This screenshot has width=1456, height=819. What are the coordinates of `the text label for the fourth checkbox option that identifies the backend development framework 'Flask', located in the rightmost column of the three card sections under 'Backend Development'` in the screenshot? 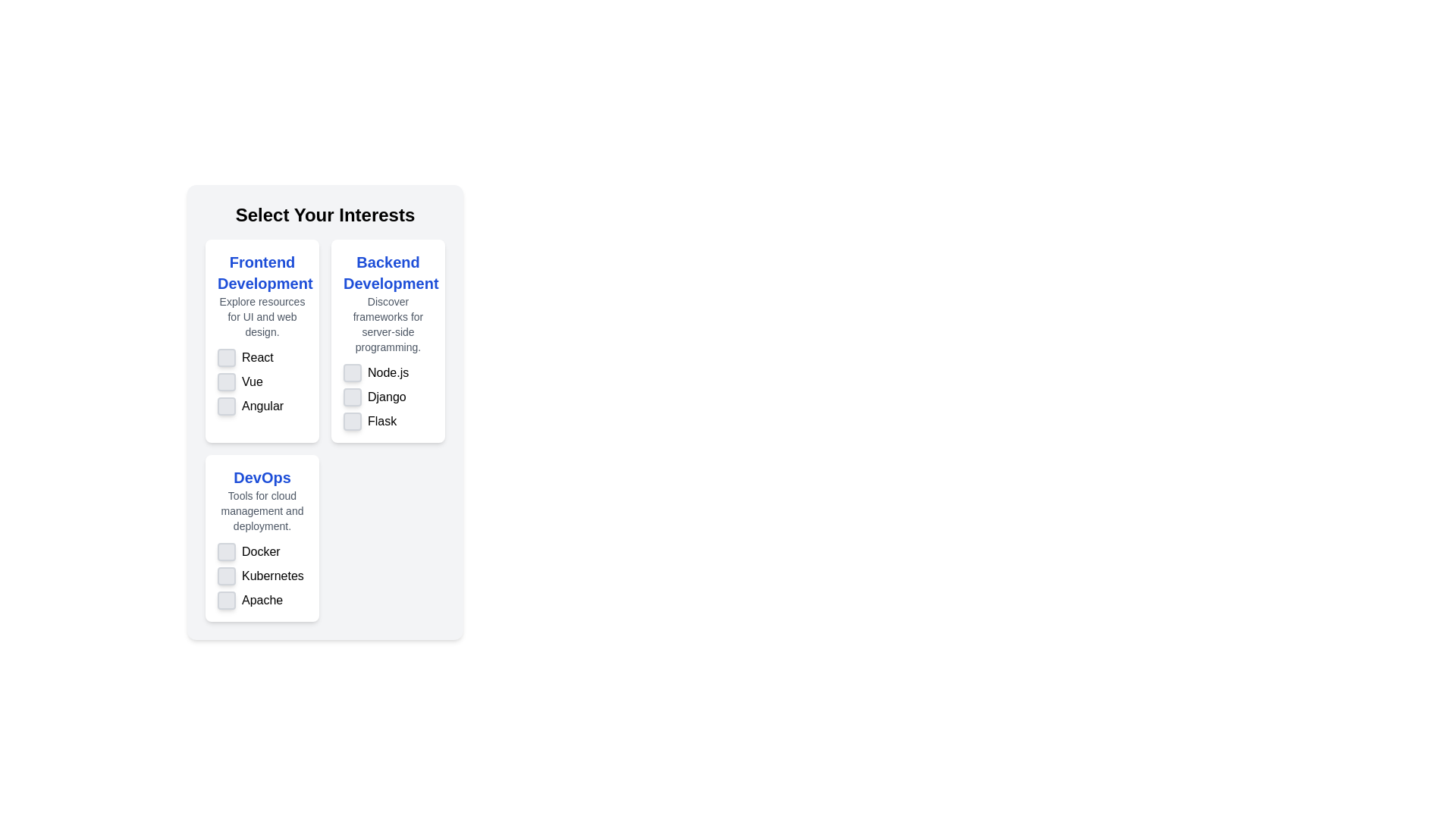 It's located at (382, 421).